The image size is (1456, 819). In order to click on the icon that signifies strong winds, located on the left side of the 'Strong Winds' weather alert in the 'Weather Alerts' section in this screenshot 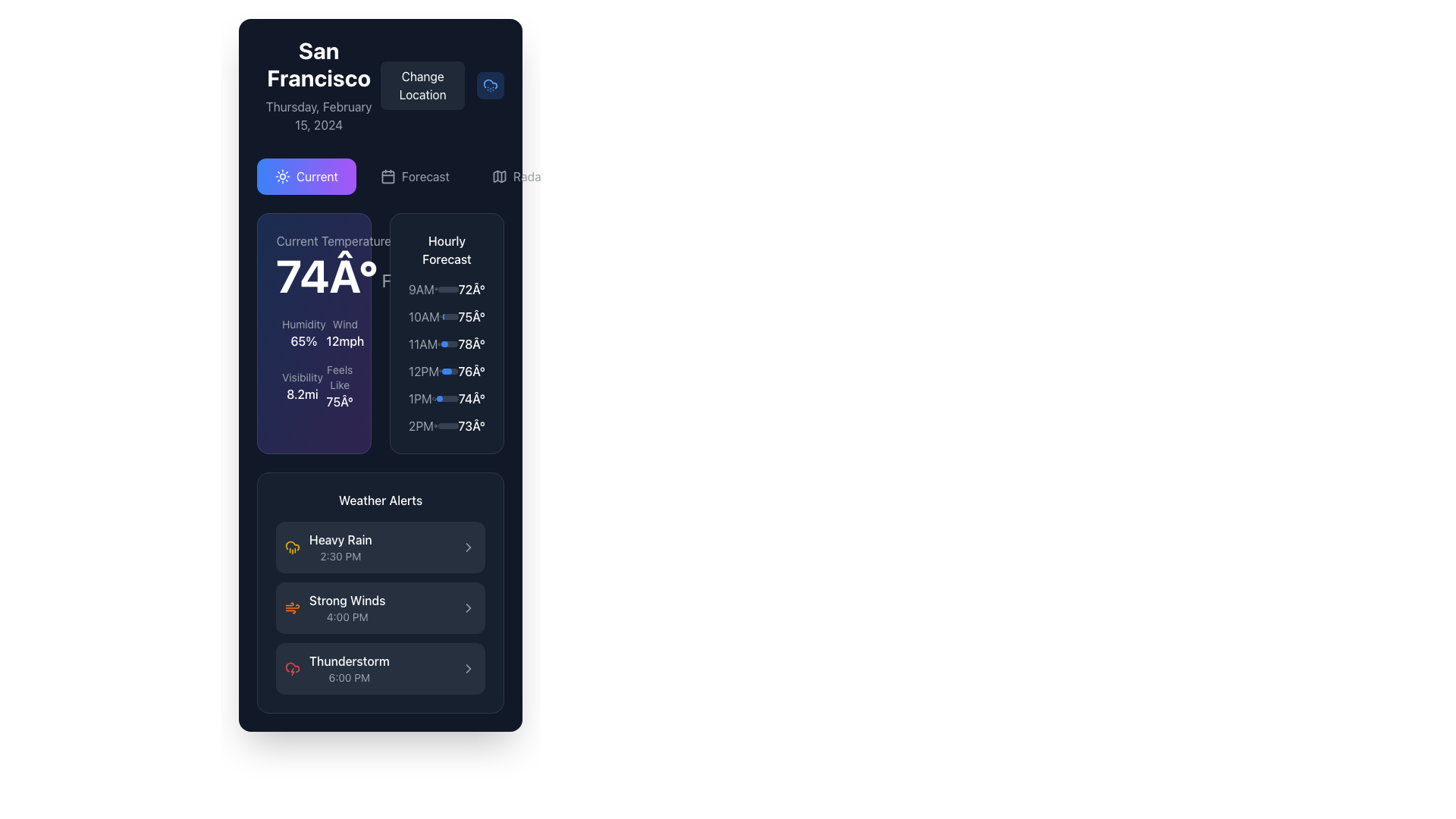, I will do `click(292, 607)`.